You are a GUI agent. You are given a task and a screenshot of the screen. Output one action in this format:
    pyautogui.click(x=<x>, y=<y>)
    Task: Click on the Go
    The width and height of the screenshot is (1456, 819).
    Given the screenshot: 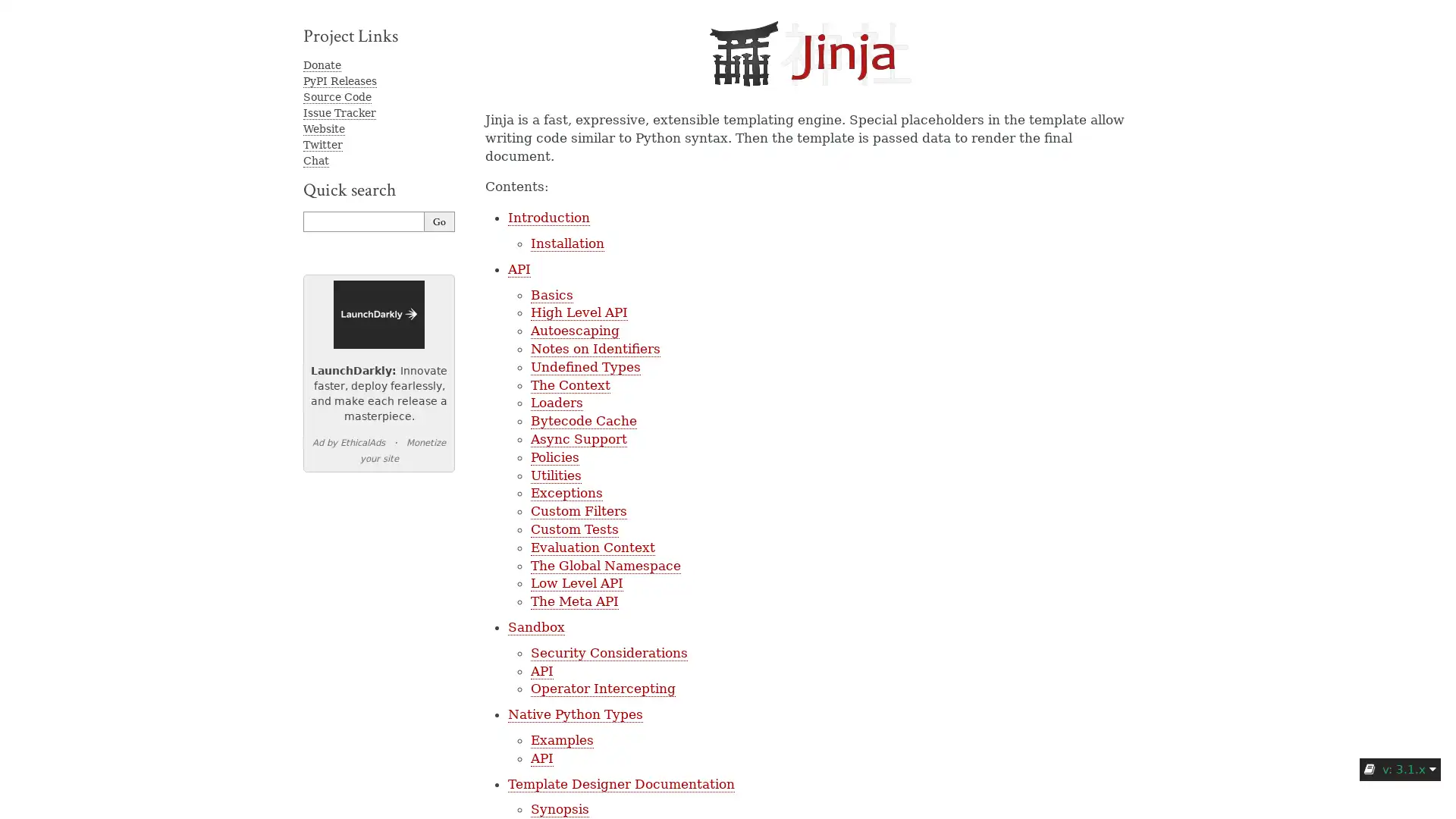 What is the action you would take?
    pyautogui.click(x=439, y=221)
    